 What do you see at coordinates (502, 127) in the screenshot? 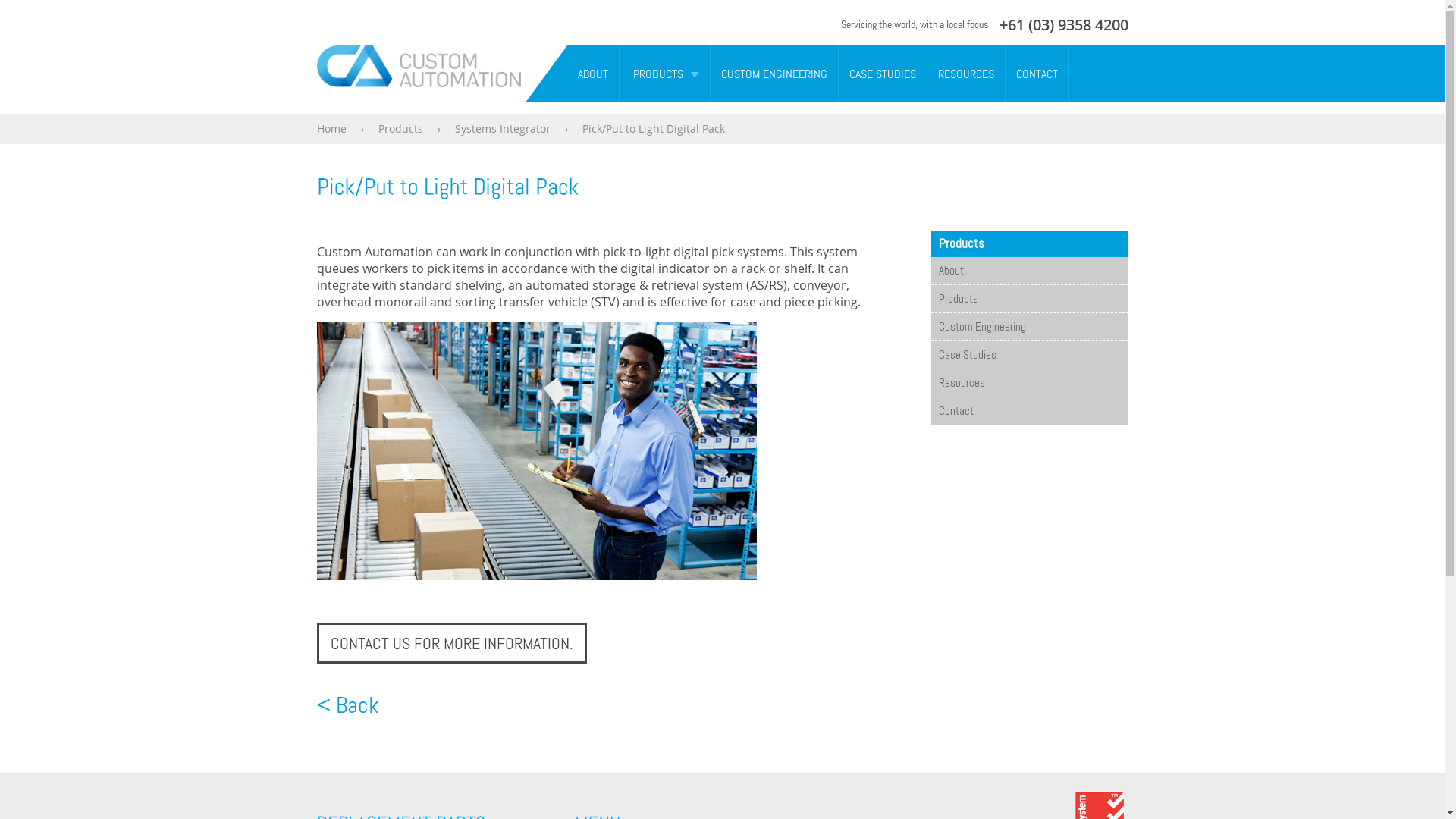
I see `'Systems Integrator'` at bounding box center [502, 127].